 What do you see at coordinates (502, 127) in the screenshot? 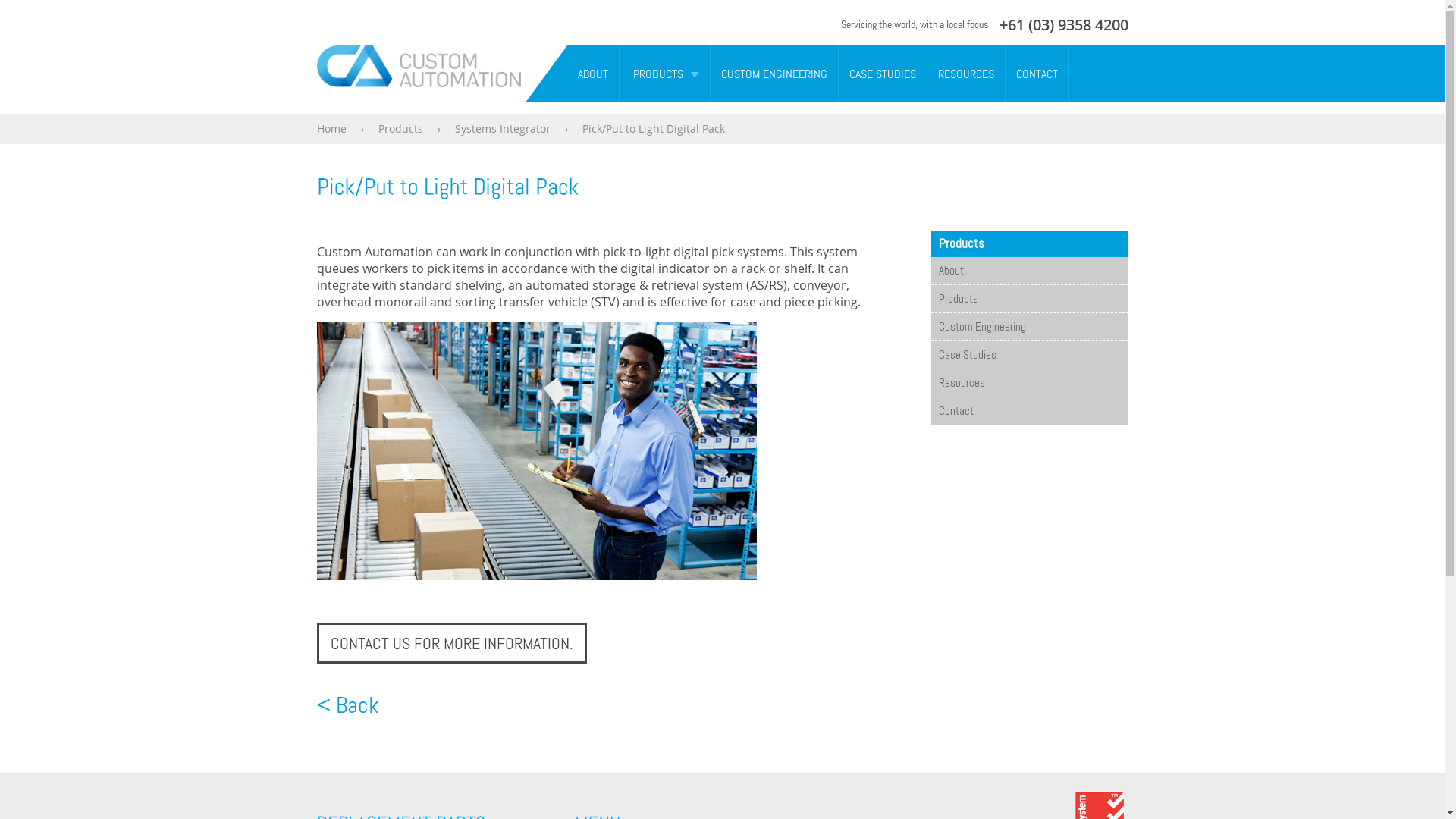
I see `'Systems Integrator'` at bounding box center [502, 127].